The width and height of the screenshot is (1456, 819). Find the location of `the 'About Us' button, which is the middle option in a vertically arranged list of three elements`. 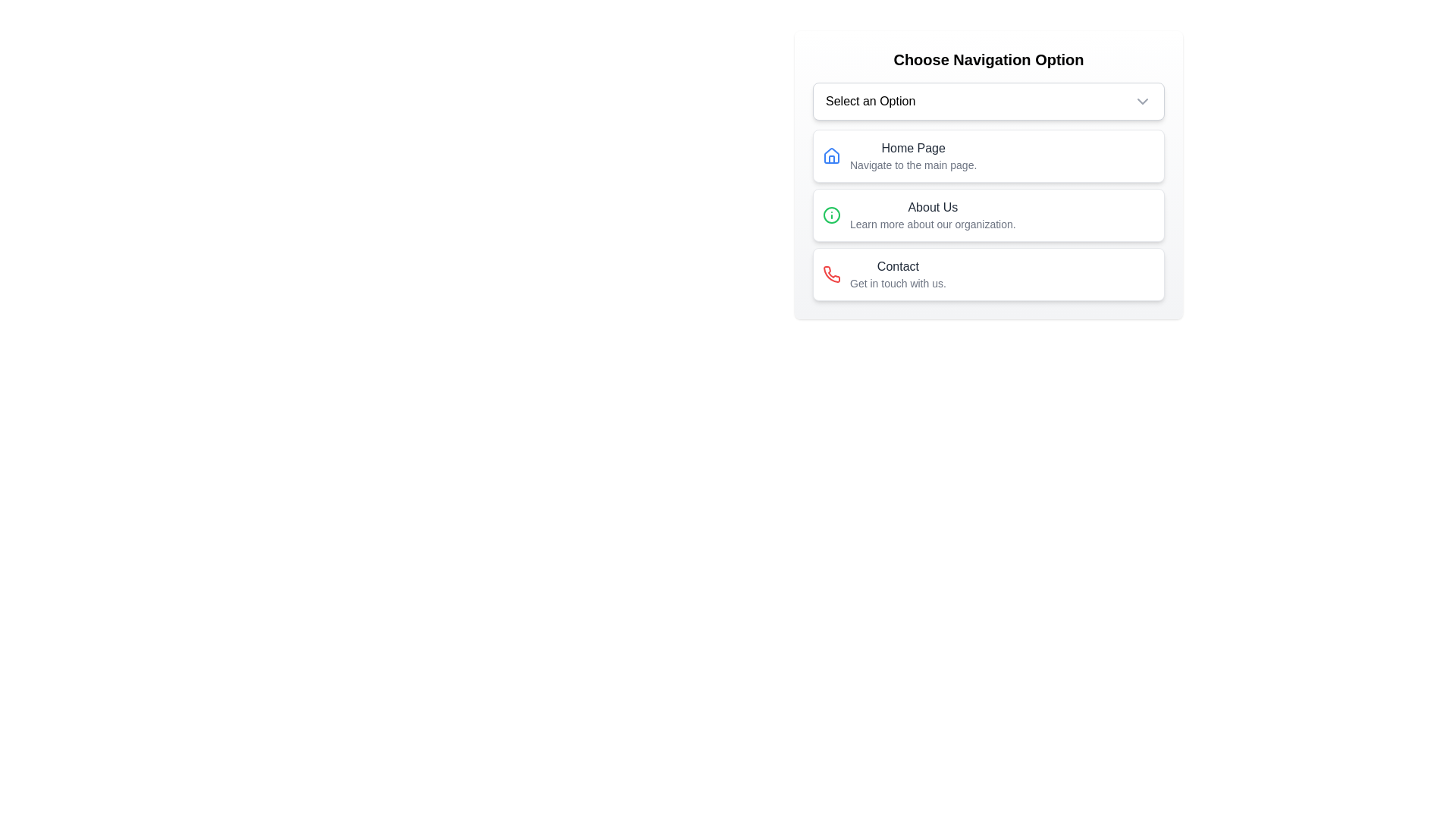

the 'About Us' button, which is the middle option in a vertically arranged list of three elements is located at coordinates (989, 215).